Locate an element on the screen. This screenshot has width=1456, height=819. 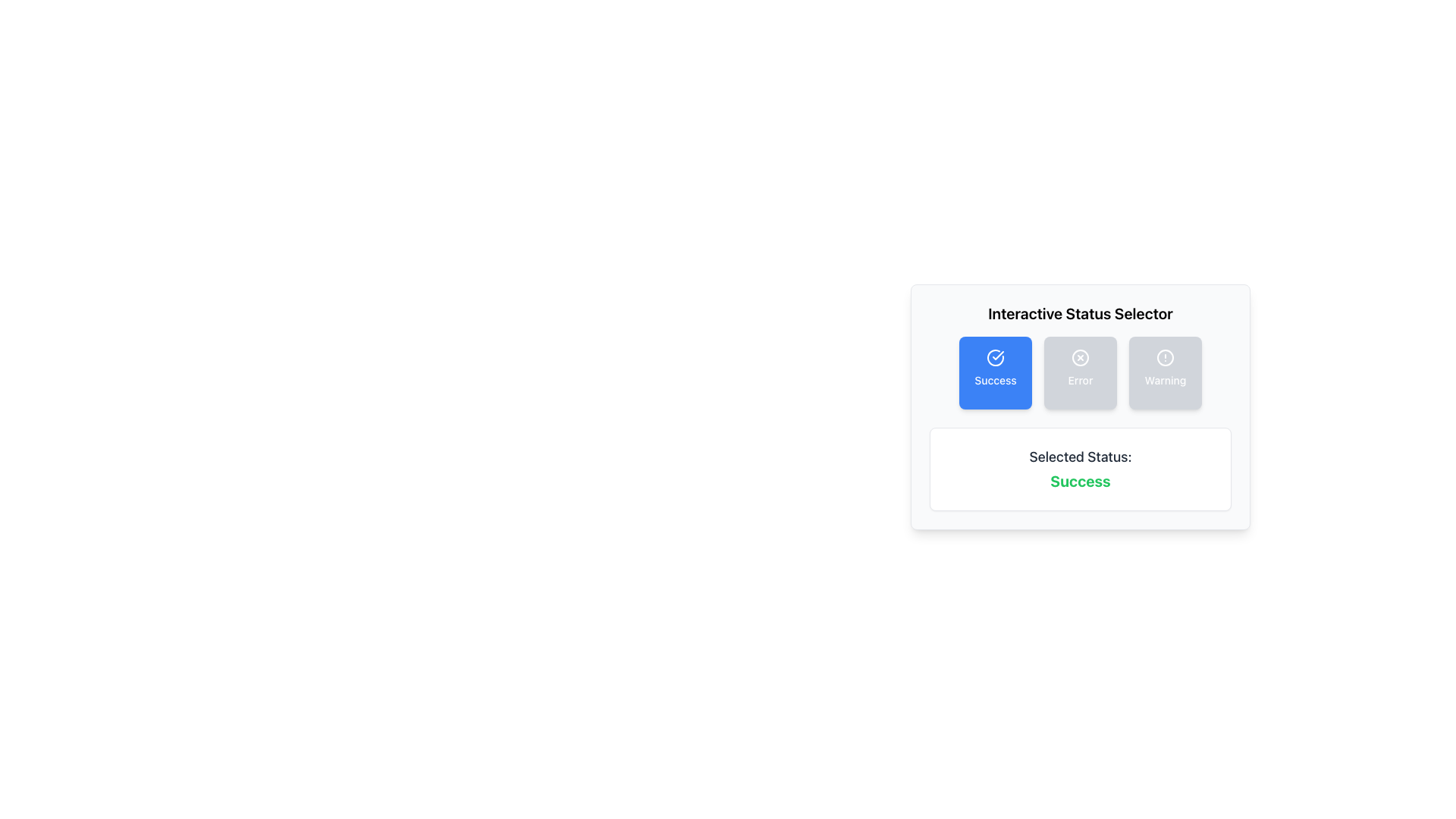
status displayed in the centrally positioned Text Content Display indicating 'Success' is located at coordinates (1080, 468).